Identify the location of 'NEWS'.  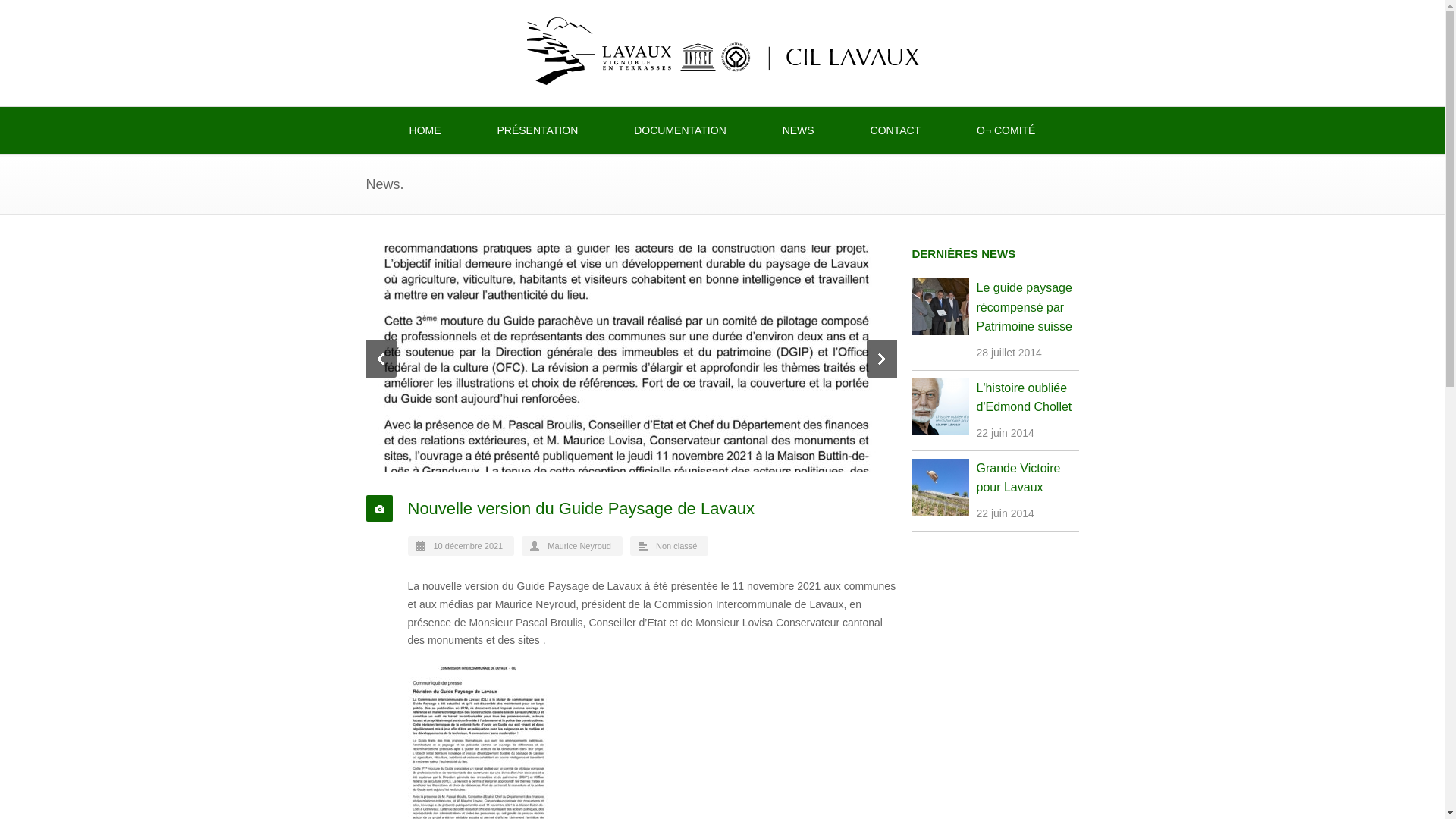
(797, 130).